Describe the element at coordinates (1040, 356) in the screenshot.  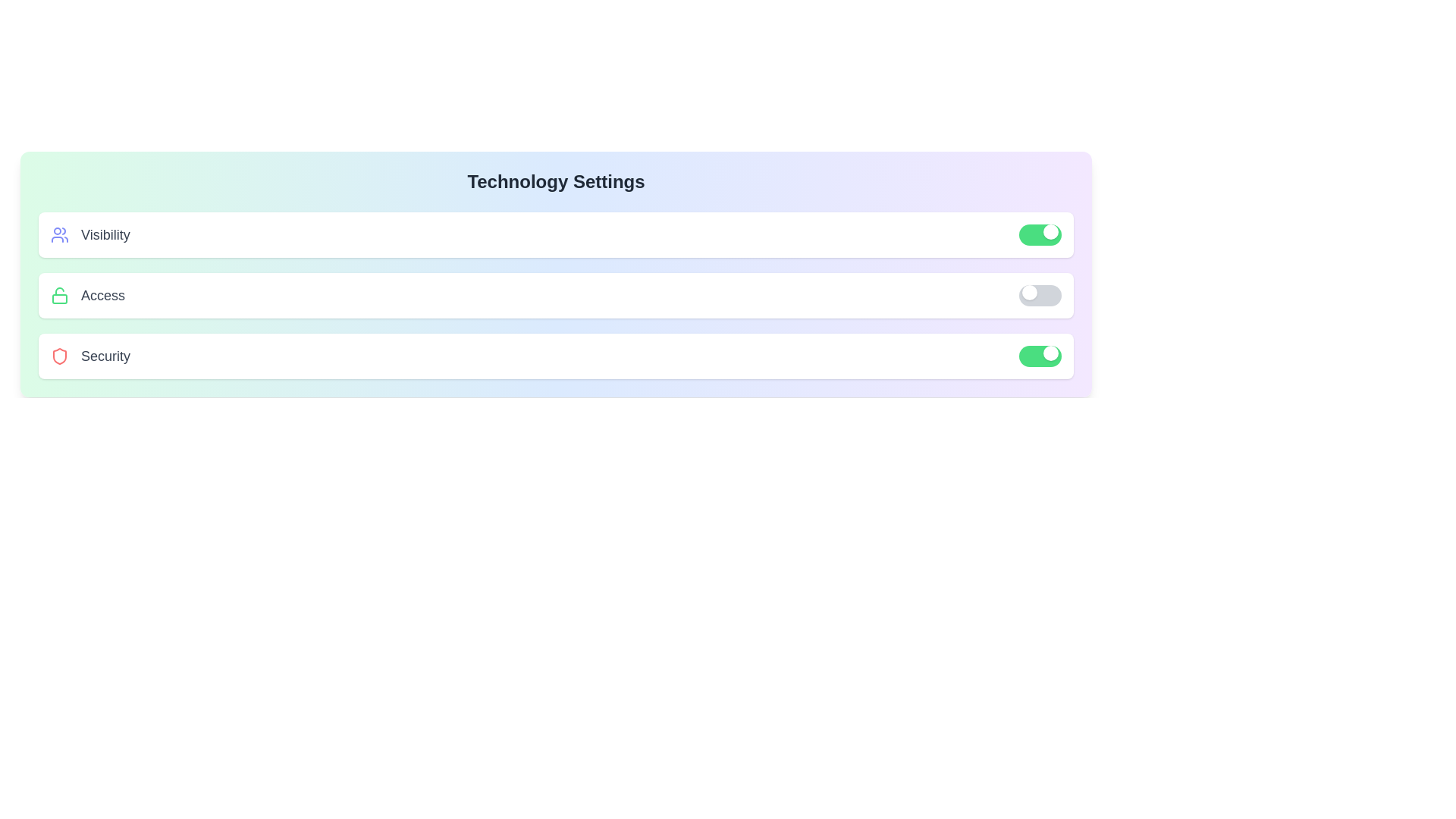
I see `toggle switch for security to change its state` at that location.